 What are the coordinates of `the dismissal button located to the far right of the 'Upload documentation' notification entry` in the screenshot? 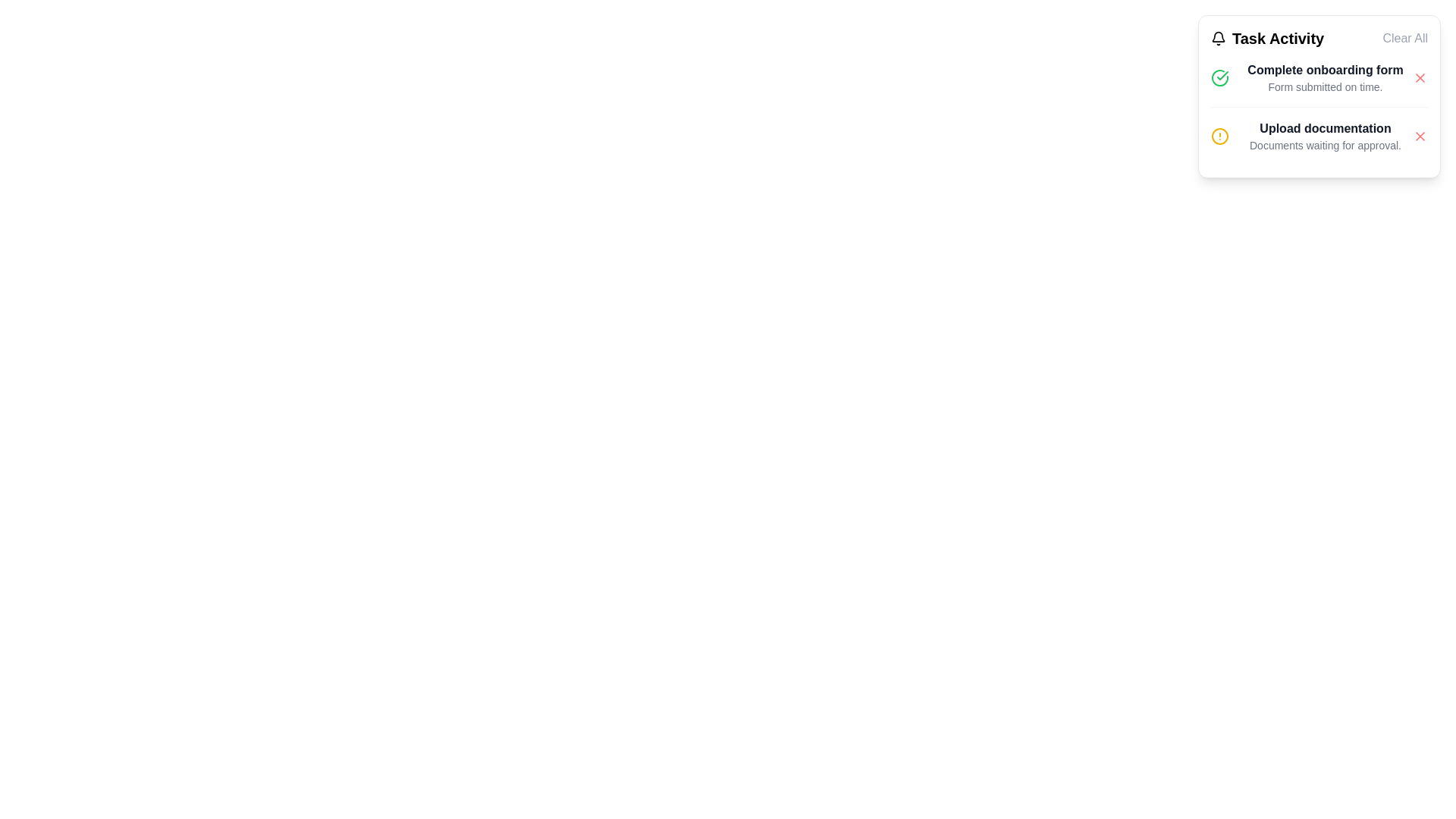 It's located at (1419, 136).